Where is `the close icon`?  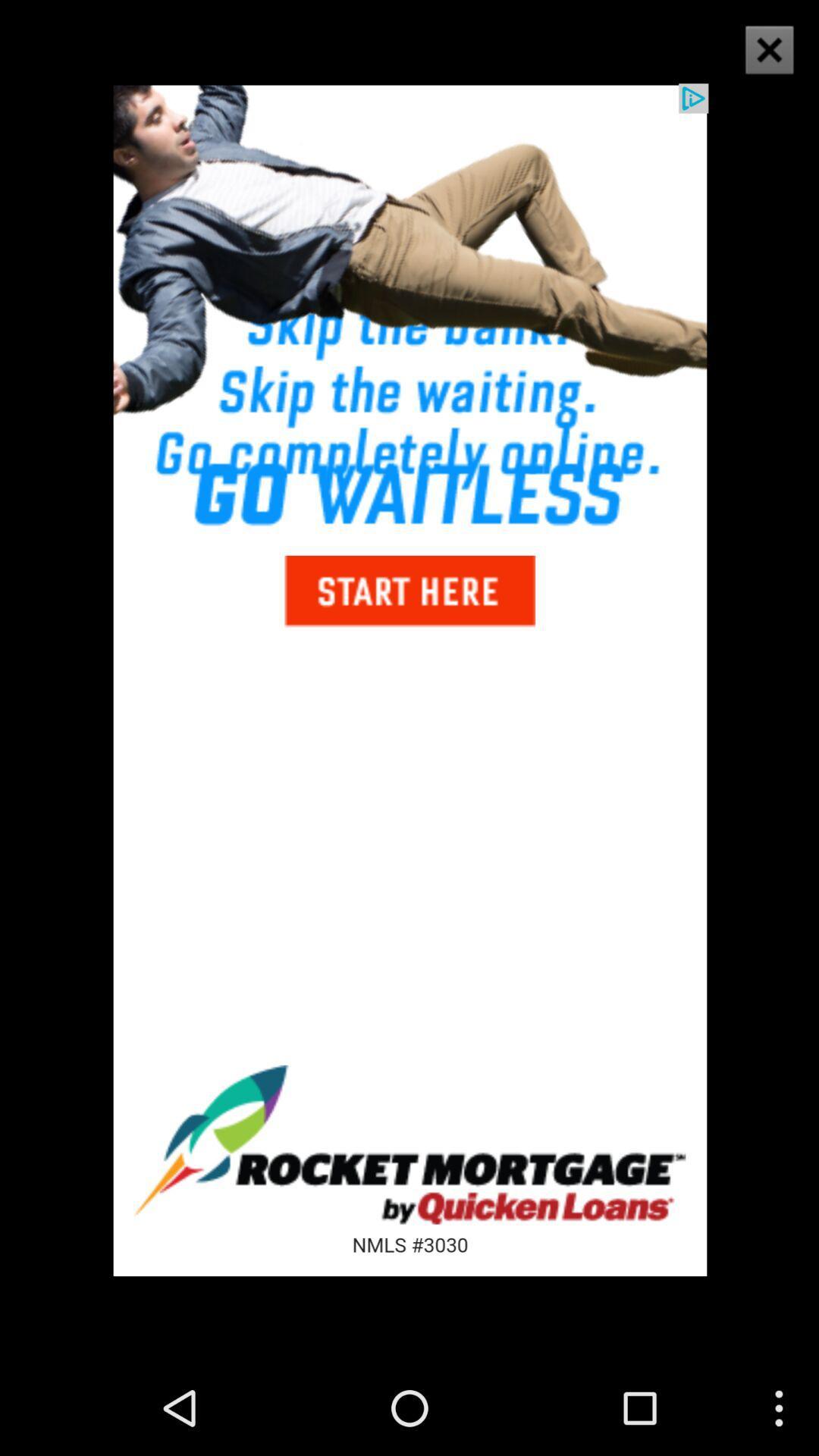
the close icon is located at coordinates (769, 53).